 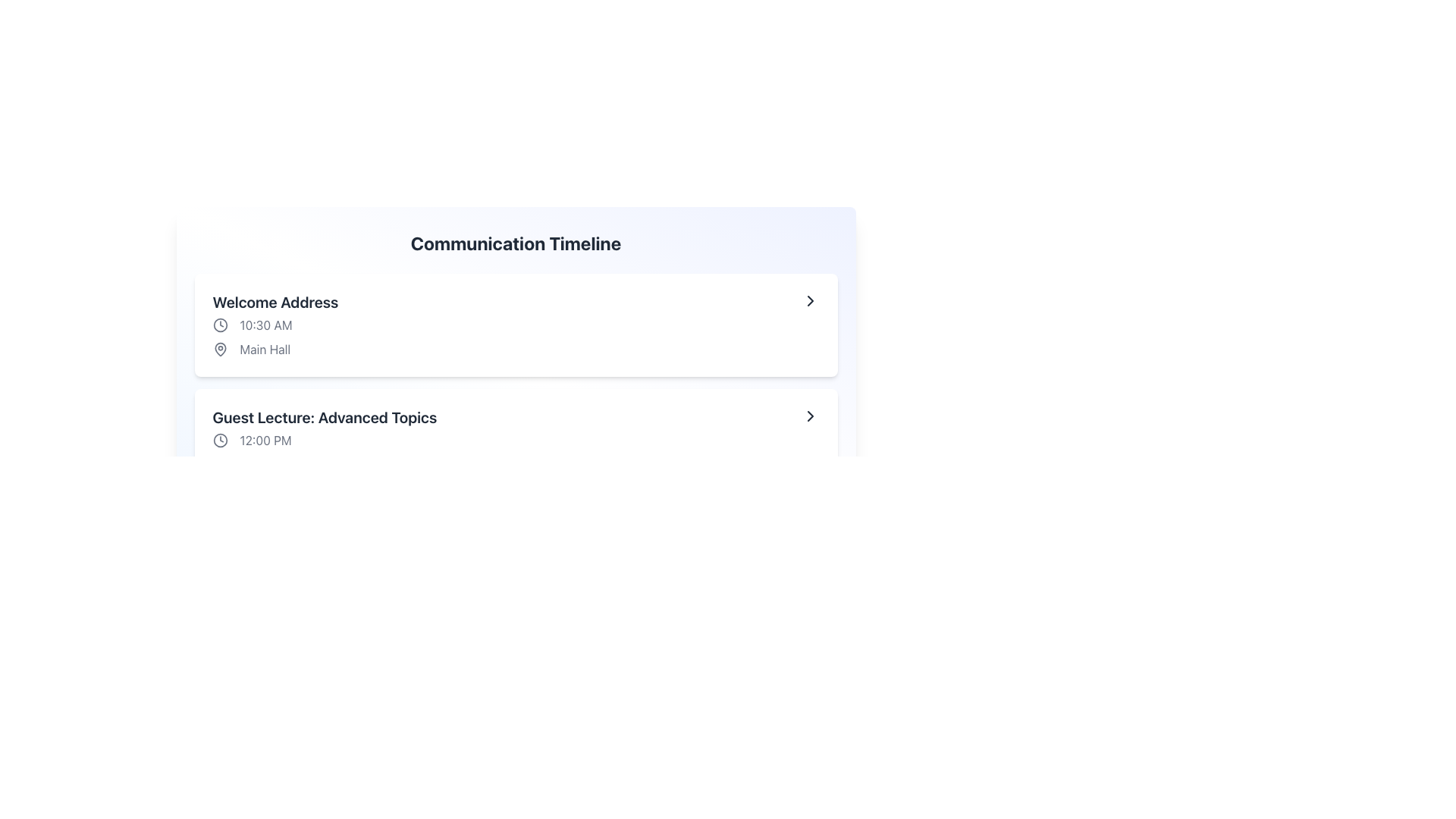 What do you see at coordinates (219, 324) in the screenshot?
I see `the circular graphical shape of the clock icon indicating '10:30 AM' in the top-left quadrant of the timeline card for the 'Welcome Address' entry` at bounding box center [219, 324].